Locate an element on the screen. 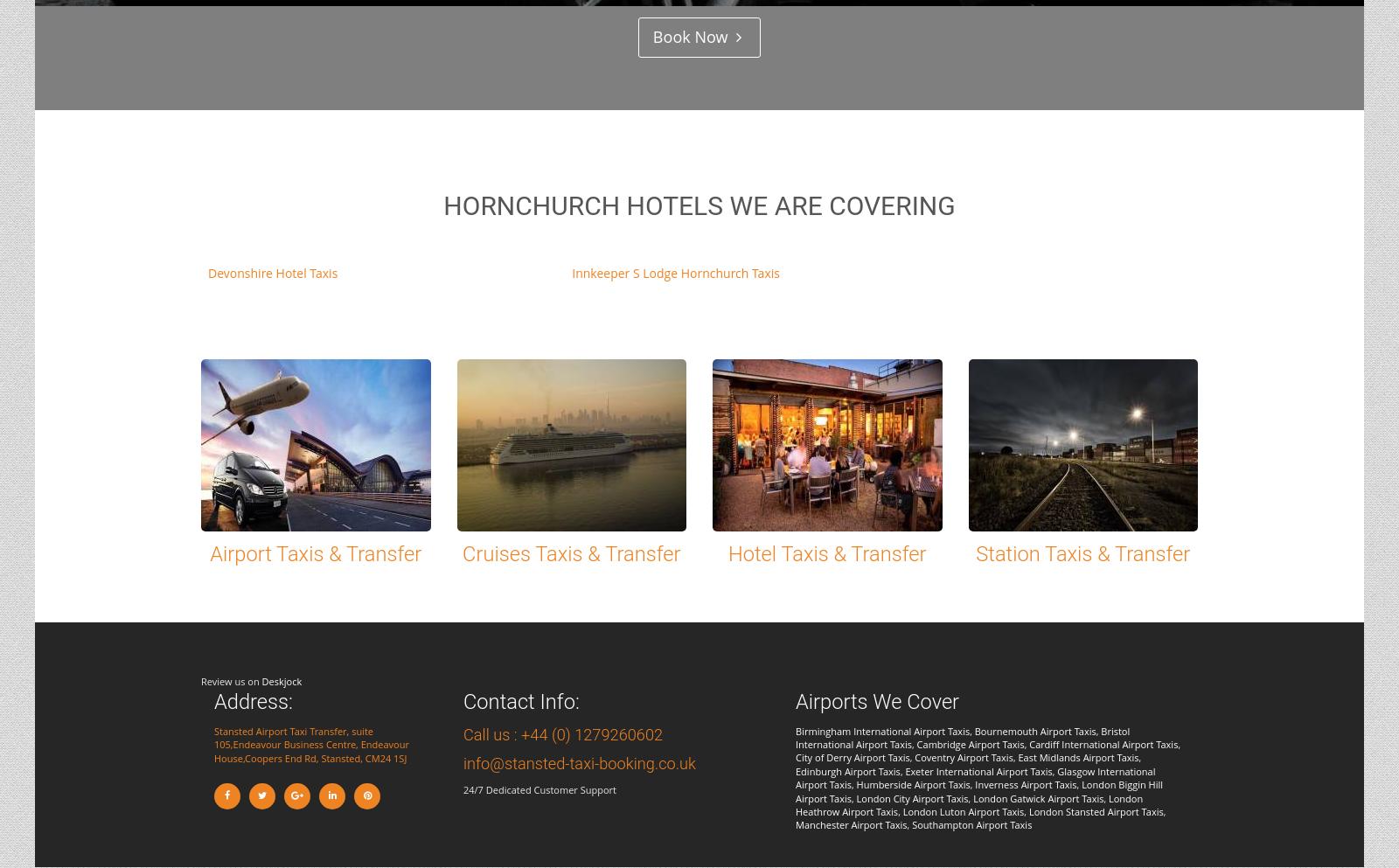 The width and height of the screenshot is (1399, 868). 'Call us : +44 (0) 1279260602' is located at coordinates (563, 733).